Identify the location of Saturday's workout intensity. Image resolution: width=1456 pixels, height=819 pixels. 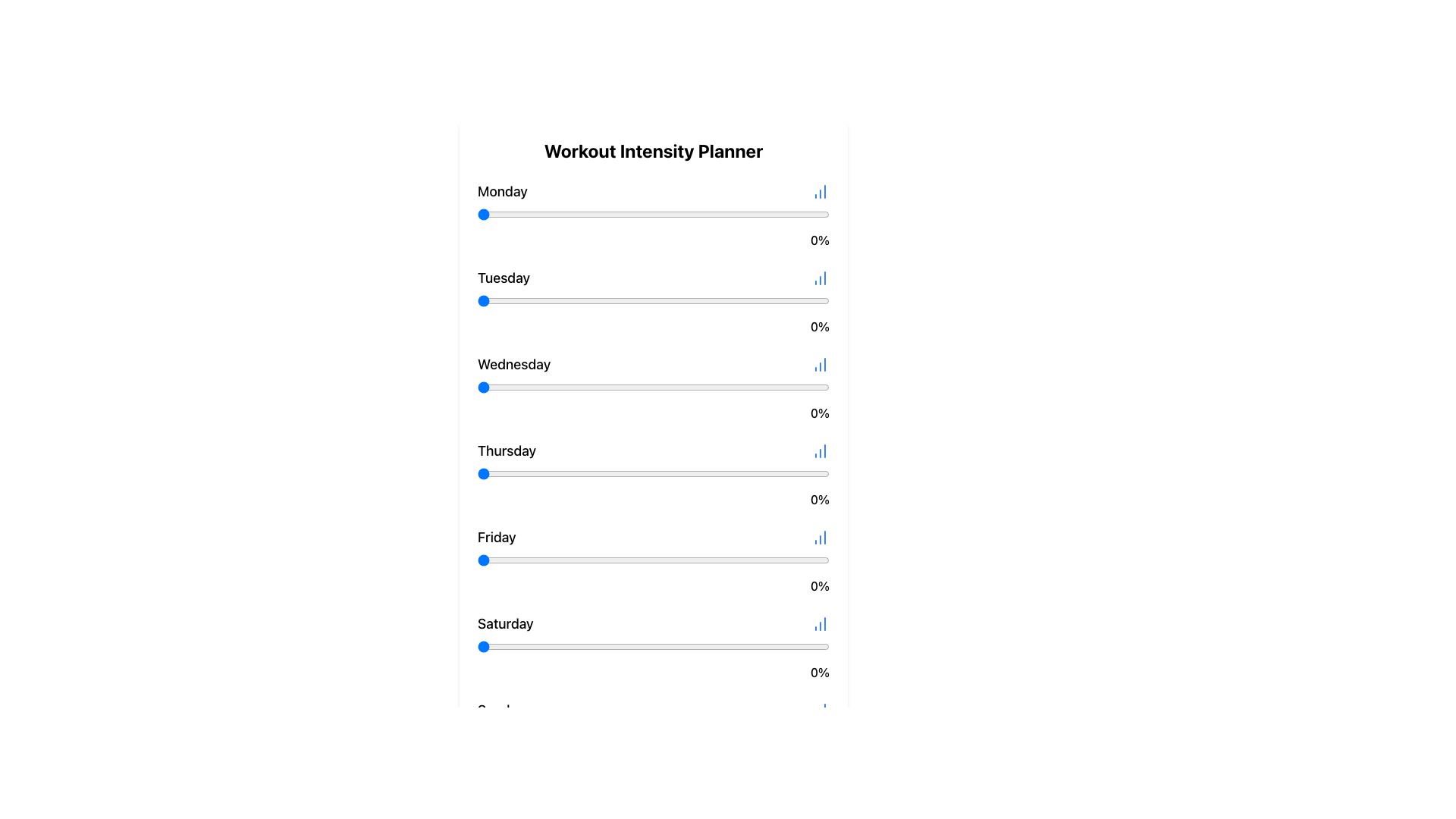
(734, 646).